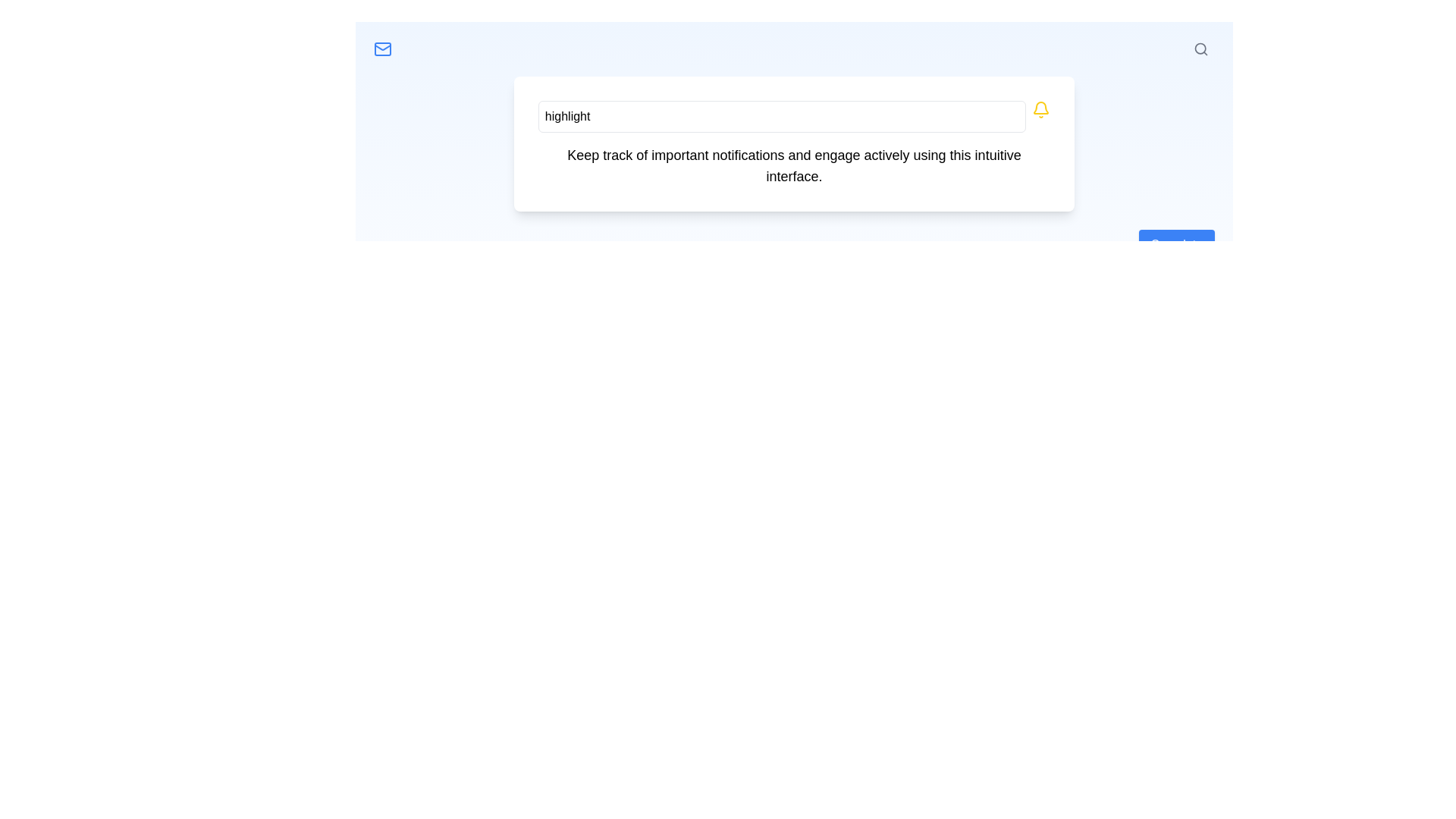  Describe the element at coordinates (1040, 107) in the screenshot. I see `the yellow notification bell icon located on the right side of the interface near the top bar` at that location.